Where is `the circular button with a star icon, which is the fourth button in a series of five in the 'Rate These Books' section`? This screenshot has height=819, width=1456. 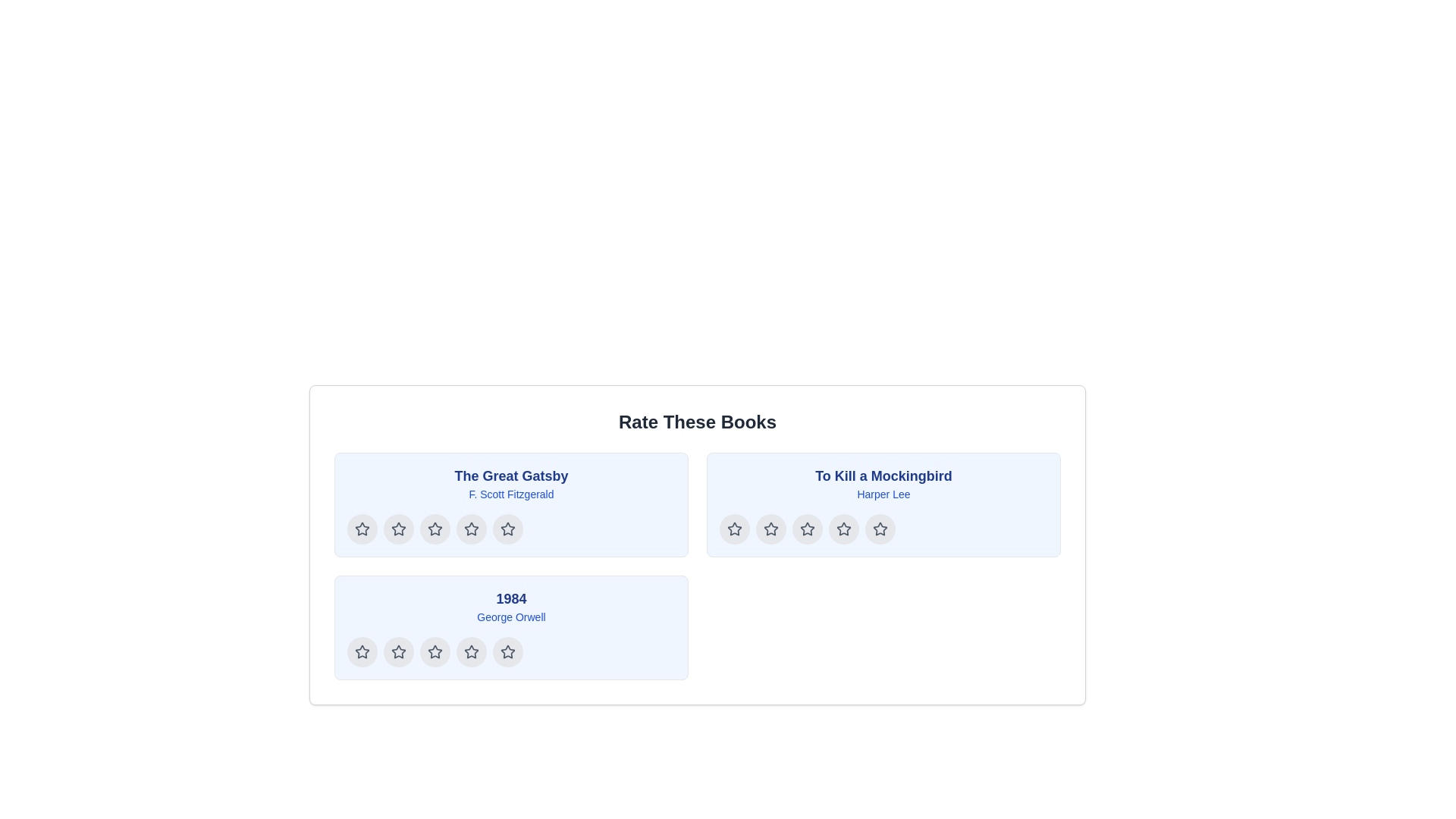 the circular button with a star icon, which is the fourth button in a series of five in the 'Rate These Books' section is located at coordinates (471, 651).